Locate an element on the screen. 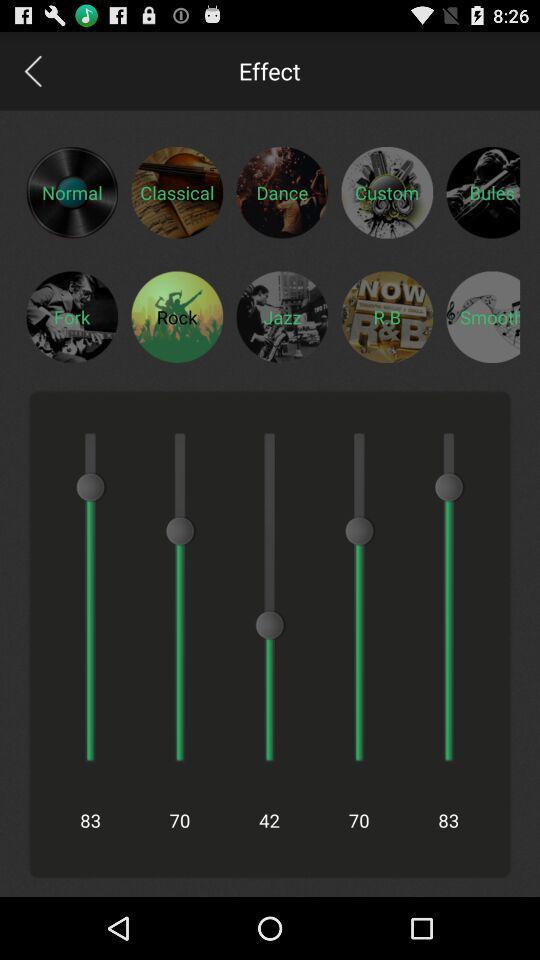 Image resolution: width=540 pixels, height=960 pixels. the item to the left of the effect app is located at coordinates (31, 70).